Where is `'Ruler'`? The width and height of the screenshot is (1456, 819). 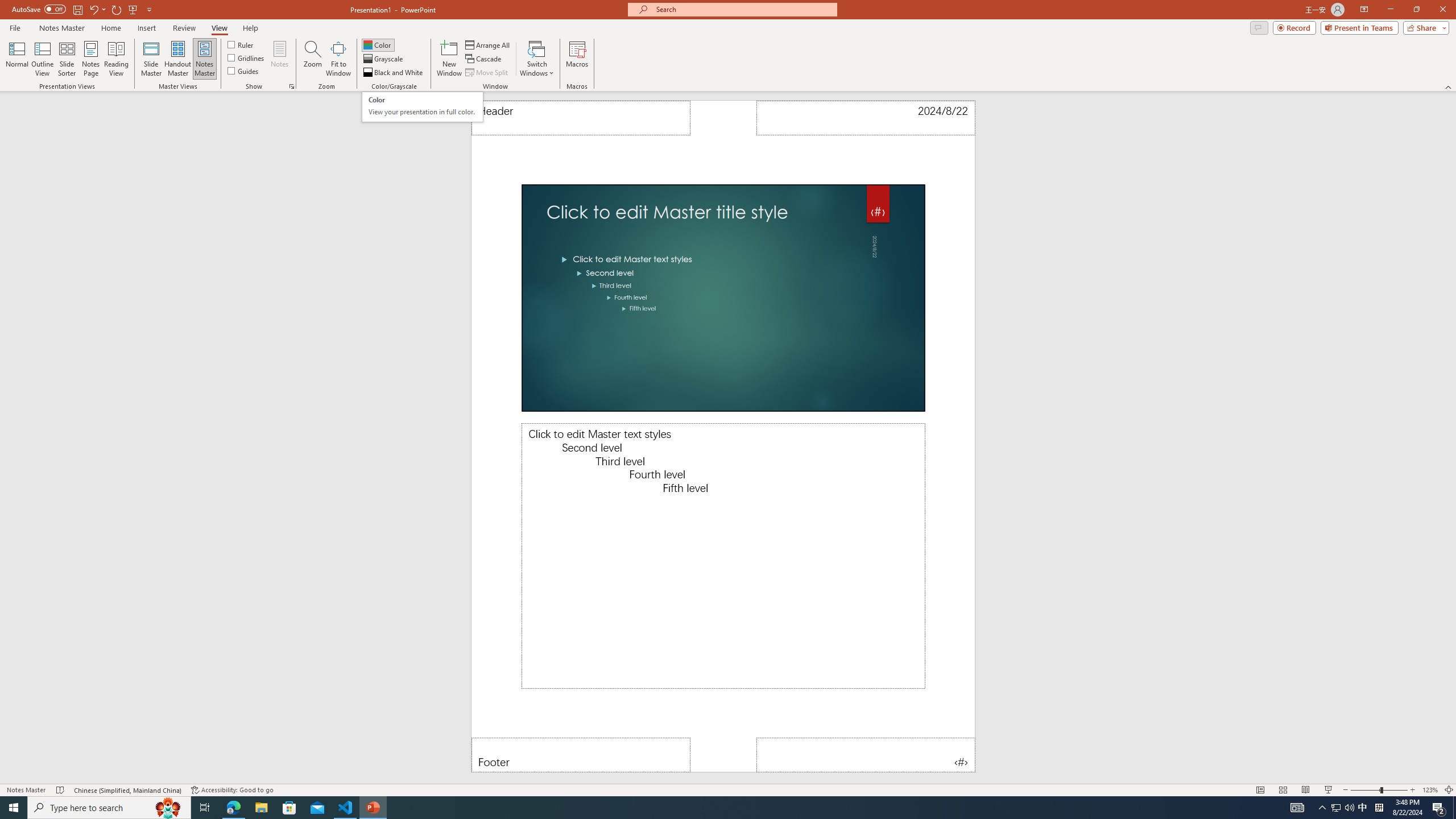
'Ruler' is located at coordinates (241, 44).